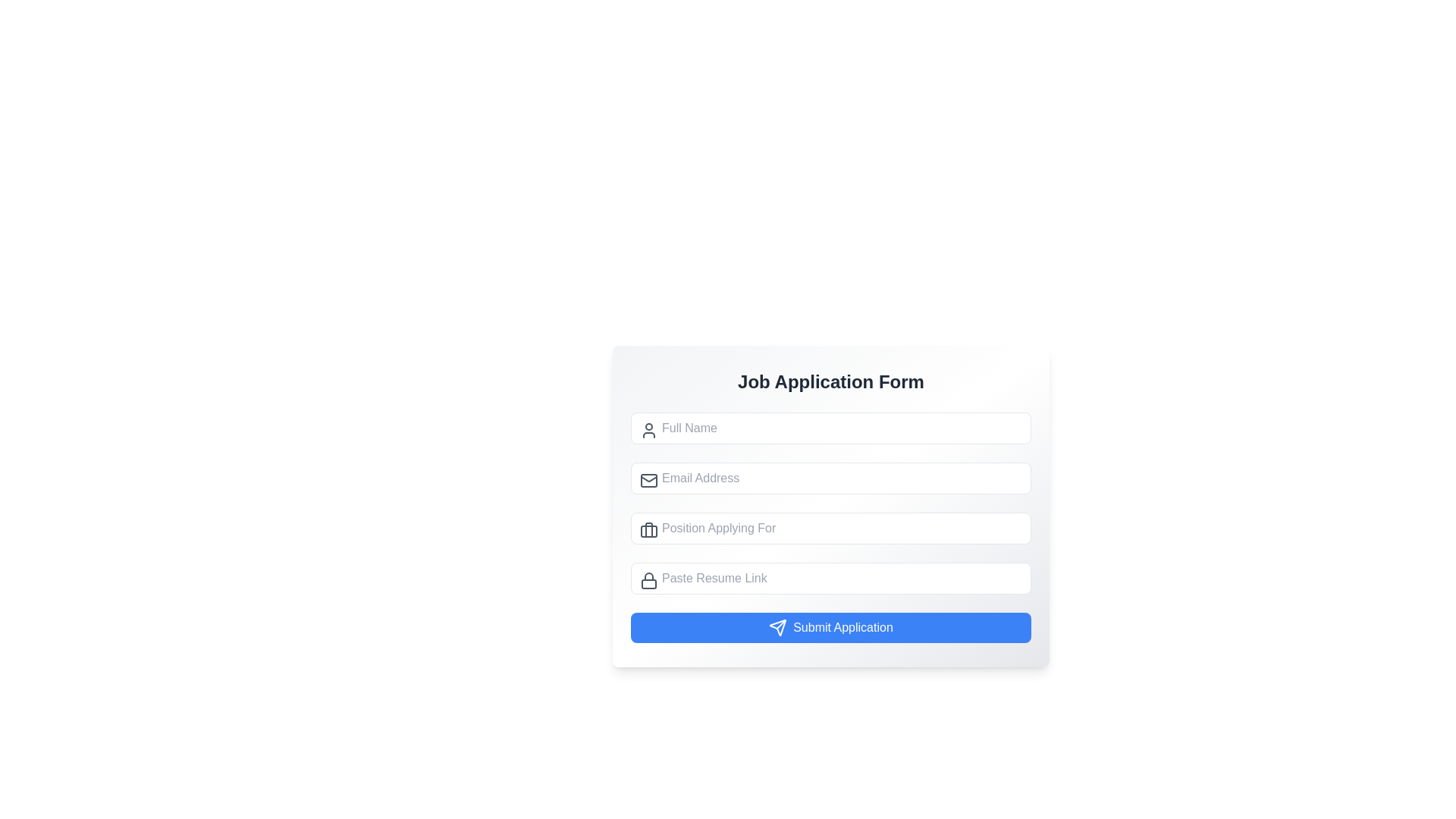 This screenshot has width=1456, height=819. Describe the element at coordinates (648, 430) in the screenshot. I see `the small user icon represented as a simple SVG graphic, located on the left side of the 'Full Name' text input field` at that location.